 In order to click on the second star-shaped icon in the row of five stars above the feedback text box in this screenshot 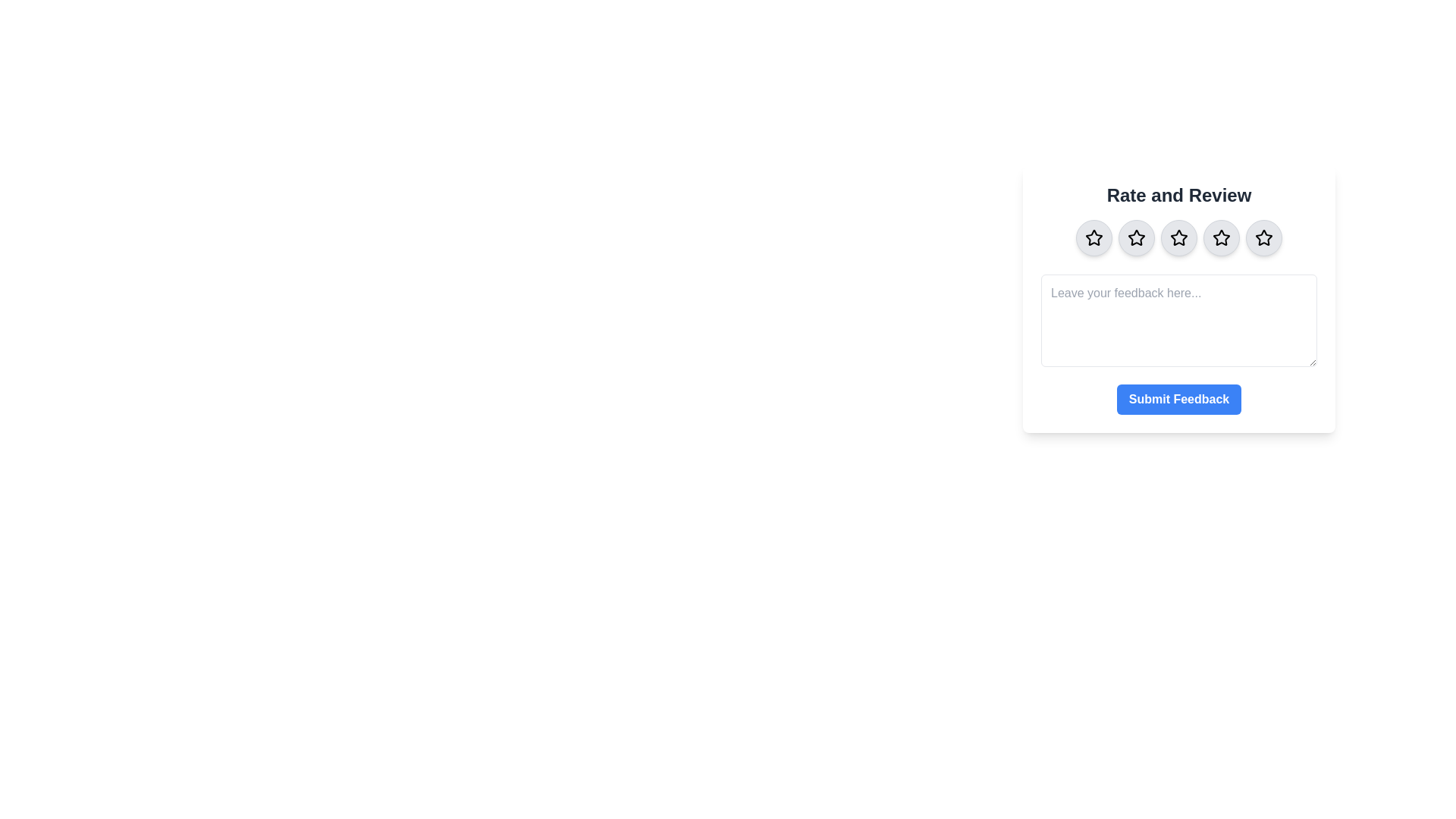, I will do `click(1136, 237)`.